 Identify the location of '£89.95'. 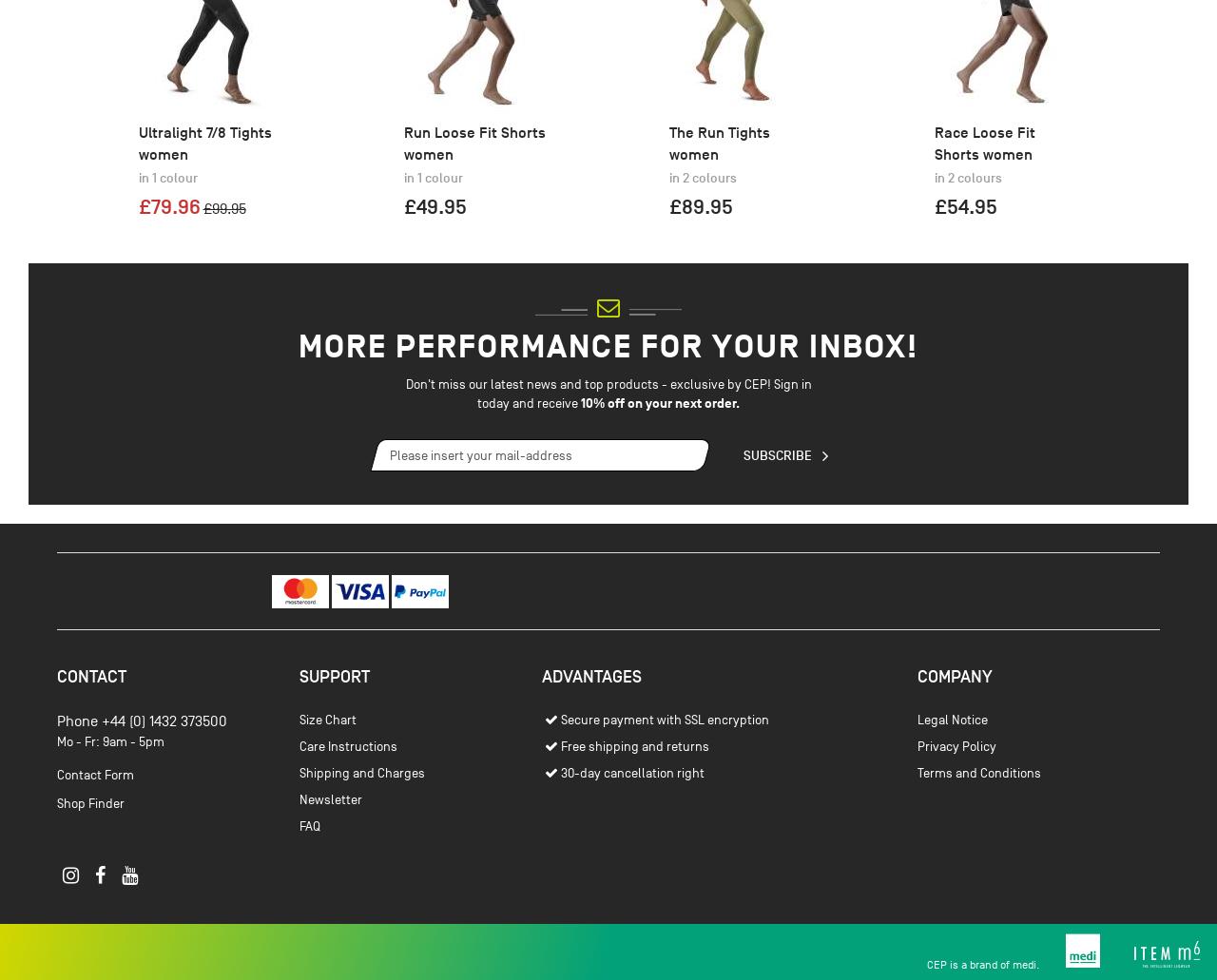
(699, 307).